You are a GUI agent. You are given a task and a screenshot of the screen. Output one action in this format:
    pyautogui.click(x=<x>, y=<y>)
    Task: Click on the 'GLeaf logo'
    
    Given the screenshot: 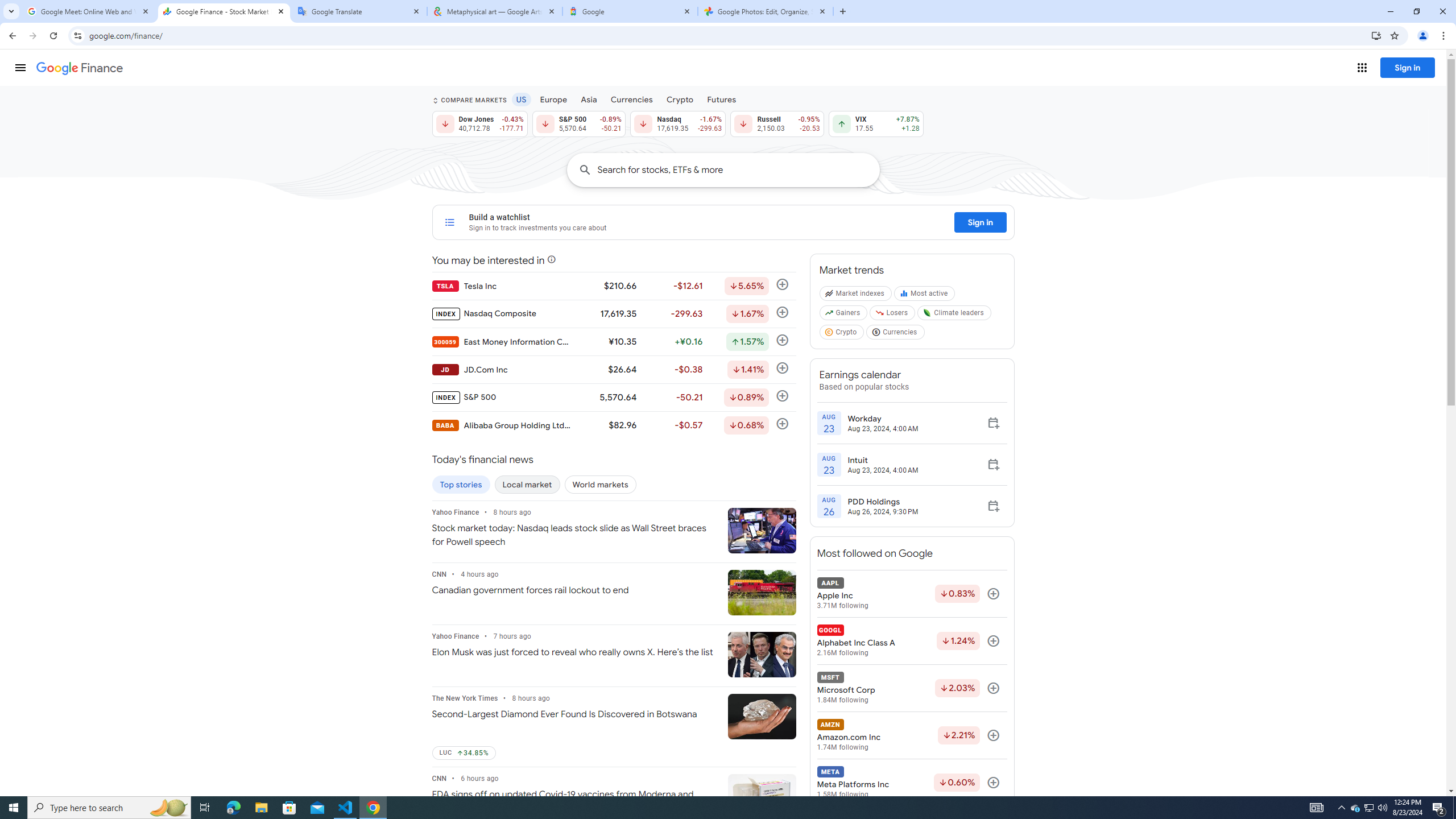 What is the action you would take?
    pyautogui.click(x=927, y=312)
    